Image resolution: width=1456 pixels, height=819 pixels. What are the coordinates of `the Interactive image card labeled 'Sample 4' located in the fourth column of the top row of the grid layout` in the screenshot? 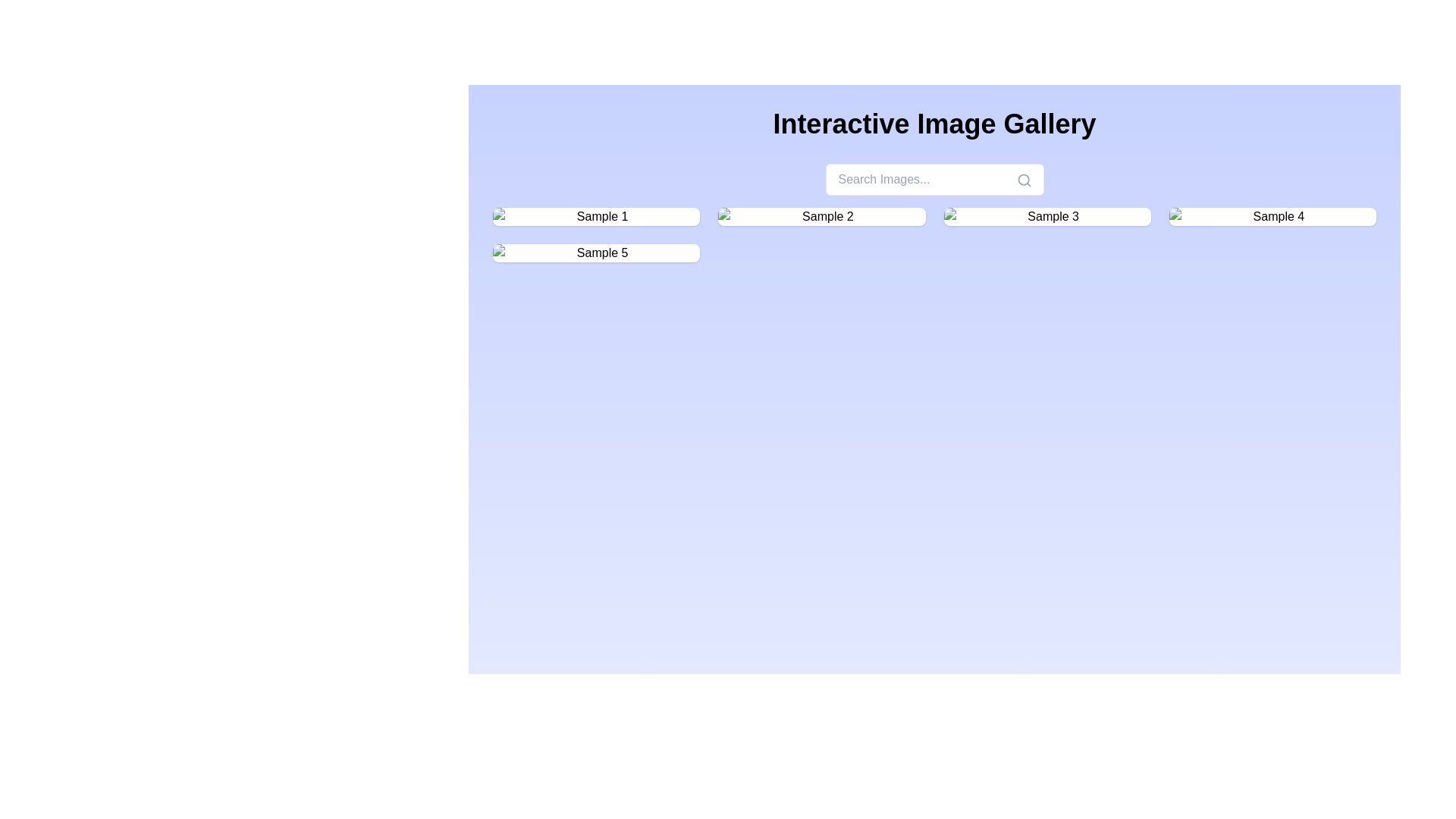 It's located at (1272, 216).